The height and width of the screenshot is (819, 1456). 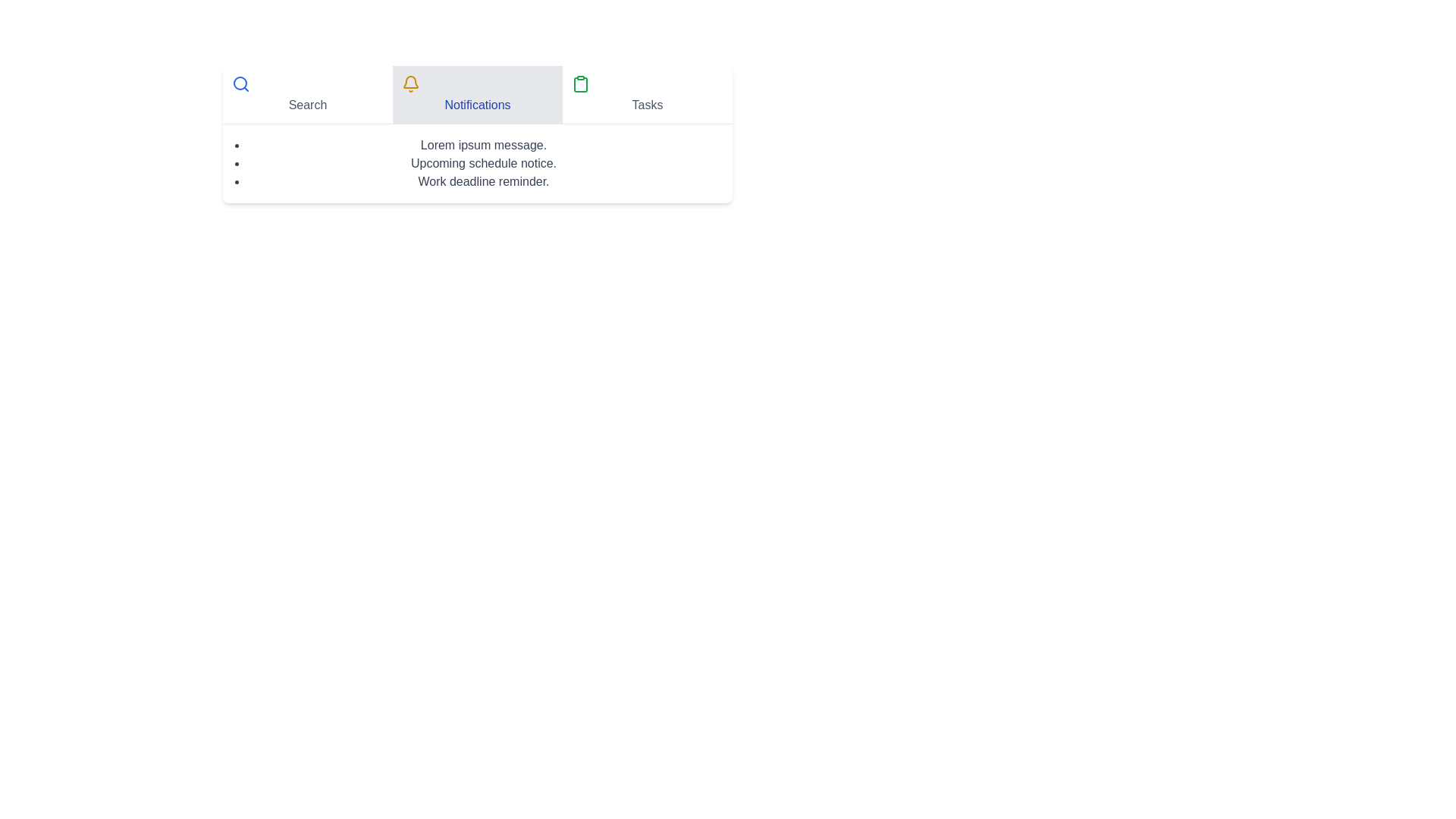 What do you see at coordinates (648, 94) in the screenshot?
I see `the Tasks tab` at bounding box center [648, 94].